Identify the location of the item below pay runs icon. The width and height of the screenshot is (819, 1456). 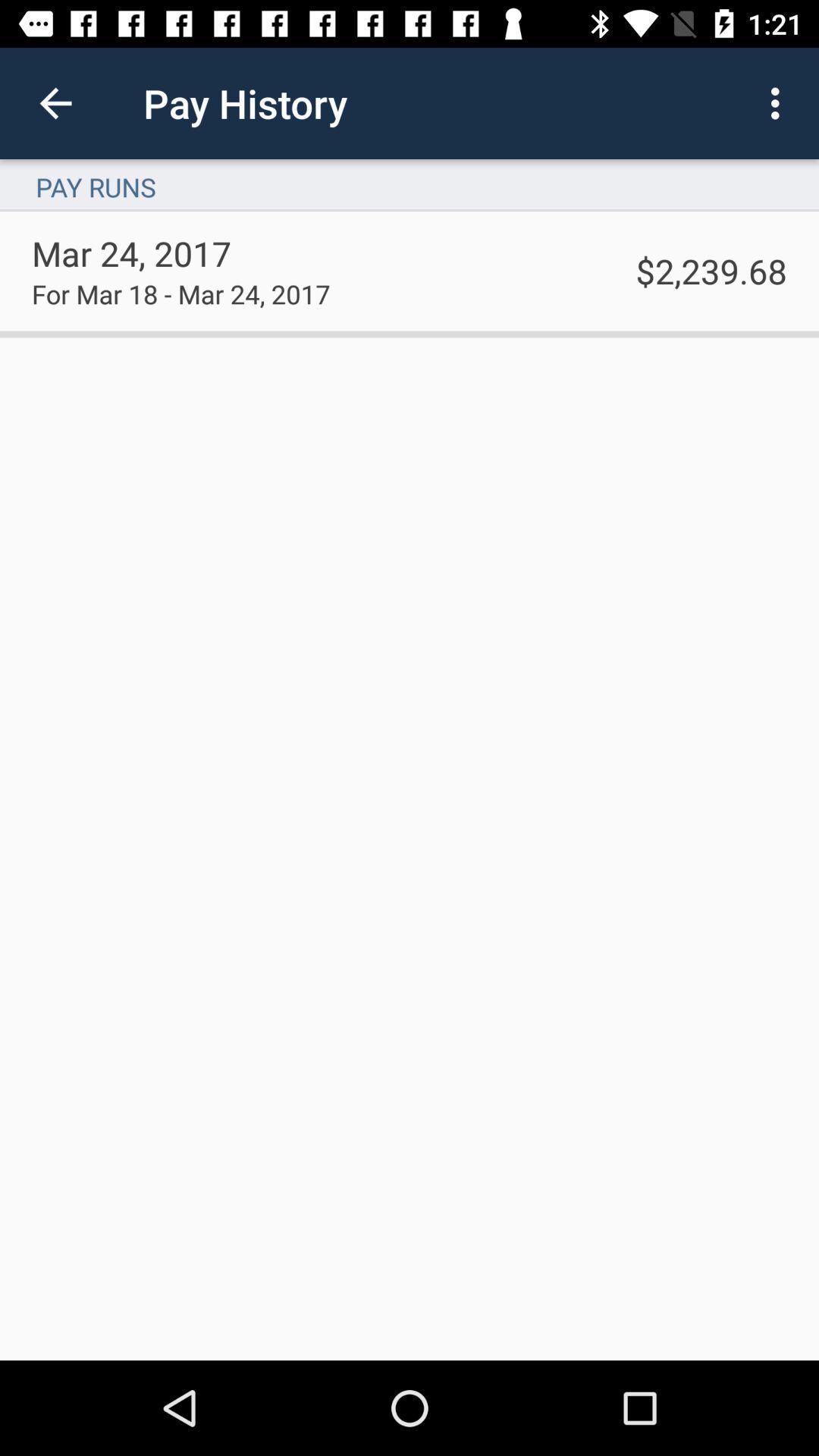
(711, 271).